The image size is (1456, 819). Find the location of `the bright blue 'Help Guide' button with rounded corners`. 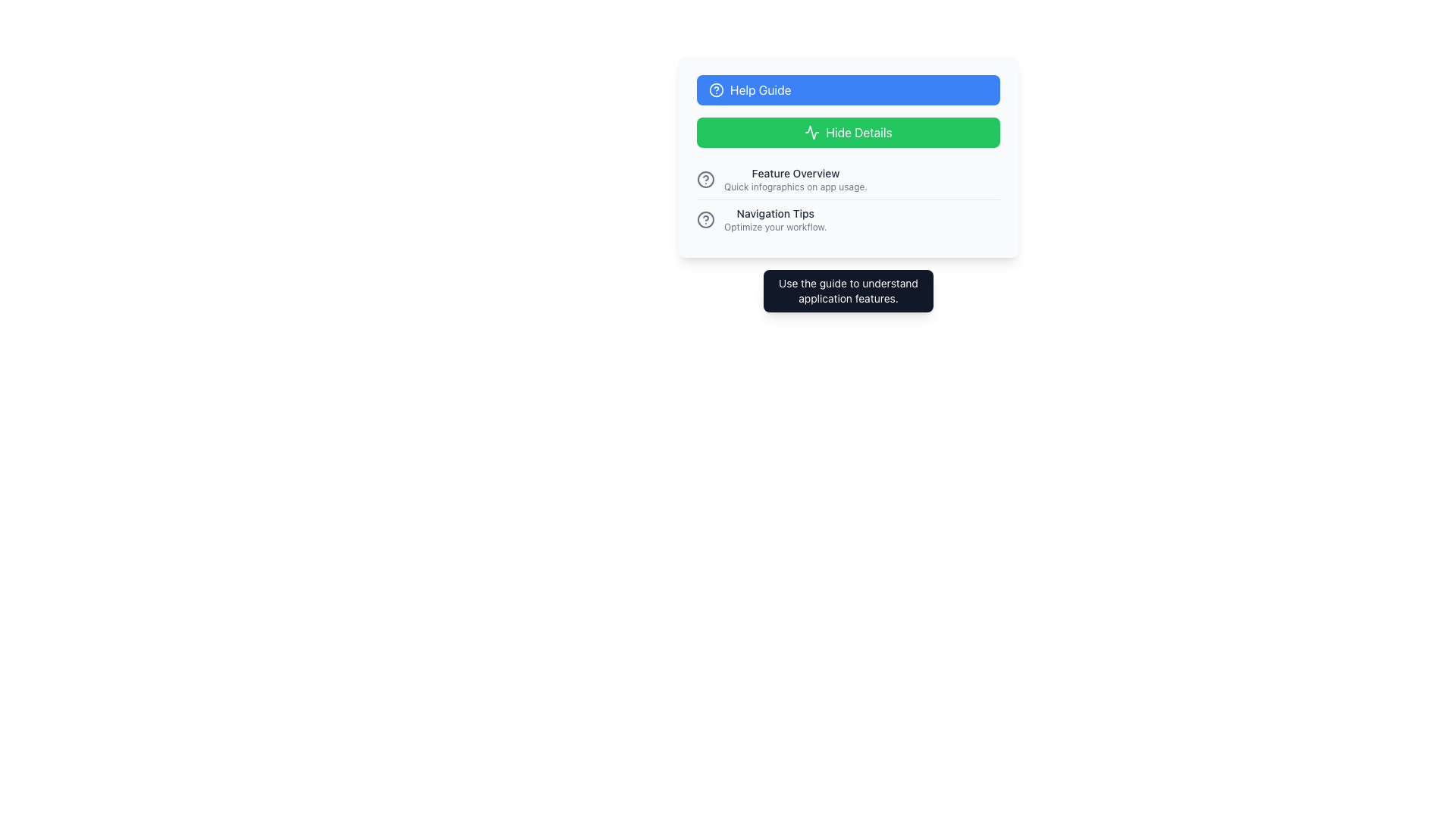

the bright blue 'Help Guide' button with rounded corners is located at coordinates (847, 90).